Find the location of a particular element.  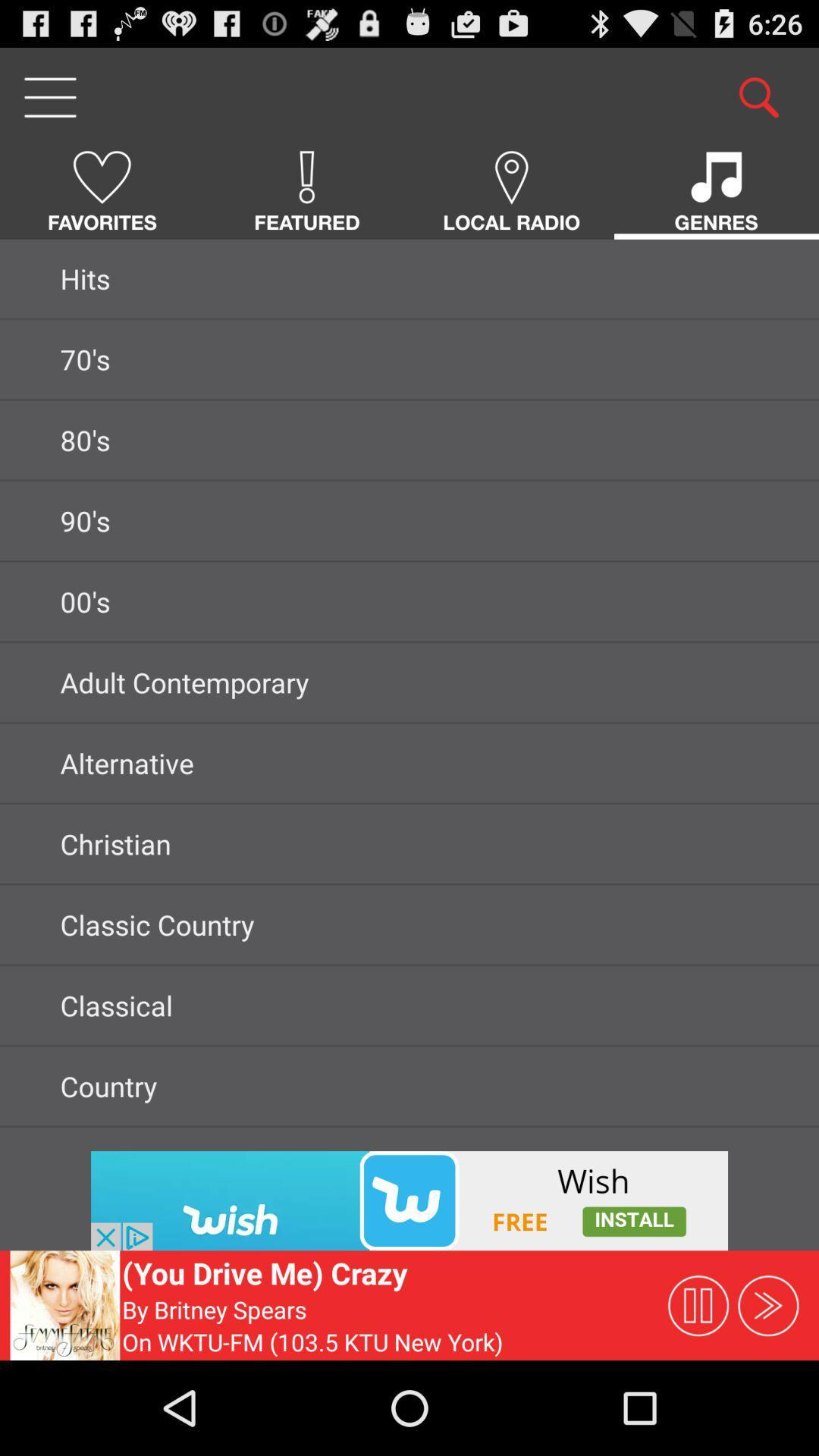

open menu is located at coordinates (49, 96).